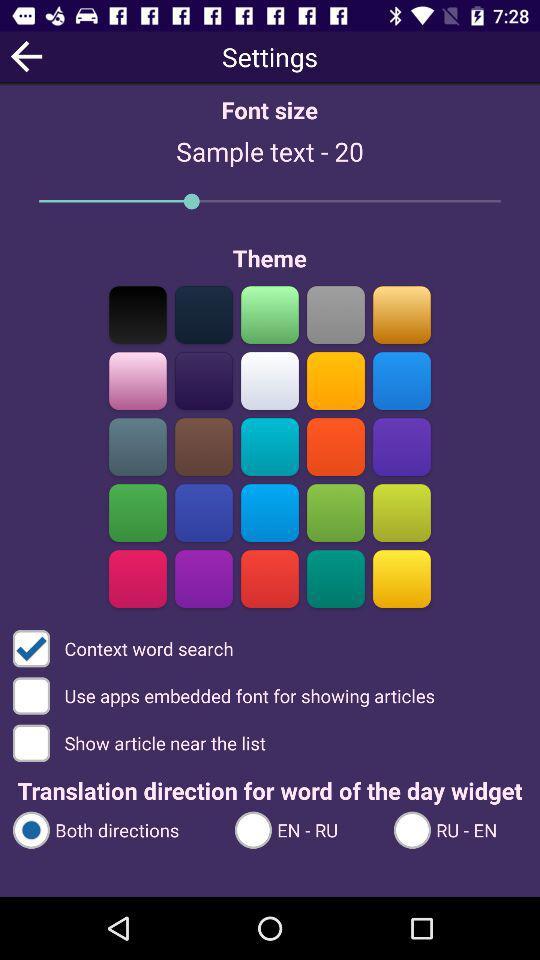 This screenshot has height=960, width=540. What do you see at coordinates (25, 55) in the screenshot?
I see `the arrow_backward icon` at bounding box center [25, 55].